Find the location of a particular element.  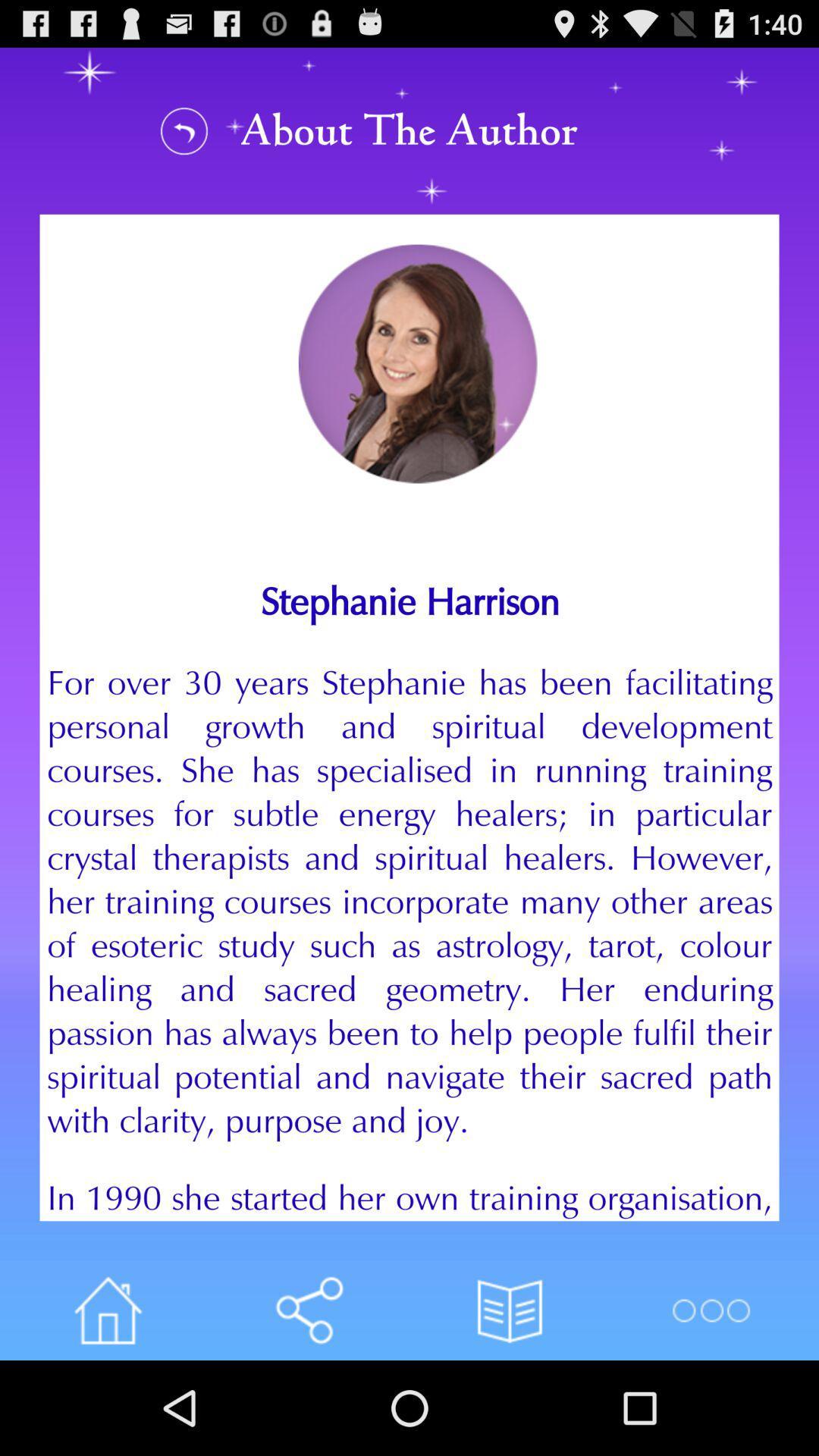

home button is located at coordinates (107, 1310).